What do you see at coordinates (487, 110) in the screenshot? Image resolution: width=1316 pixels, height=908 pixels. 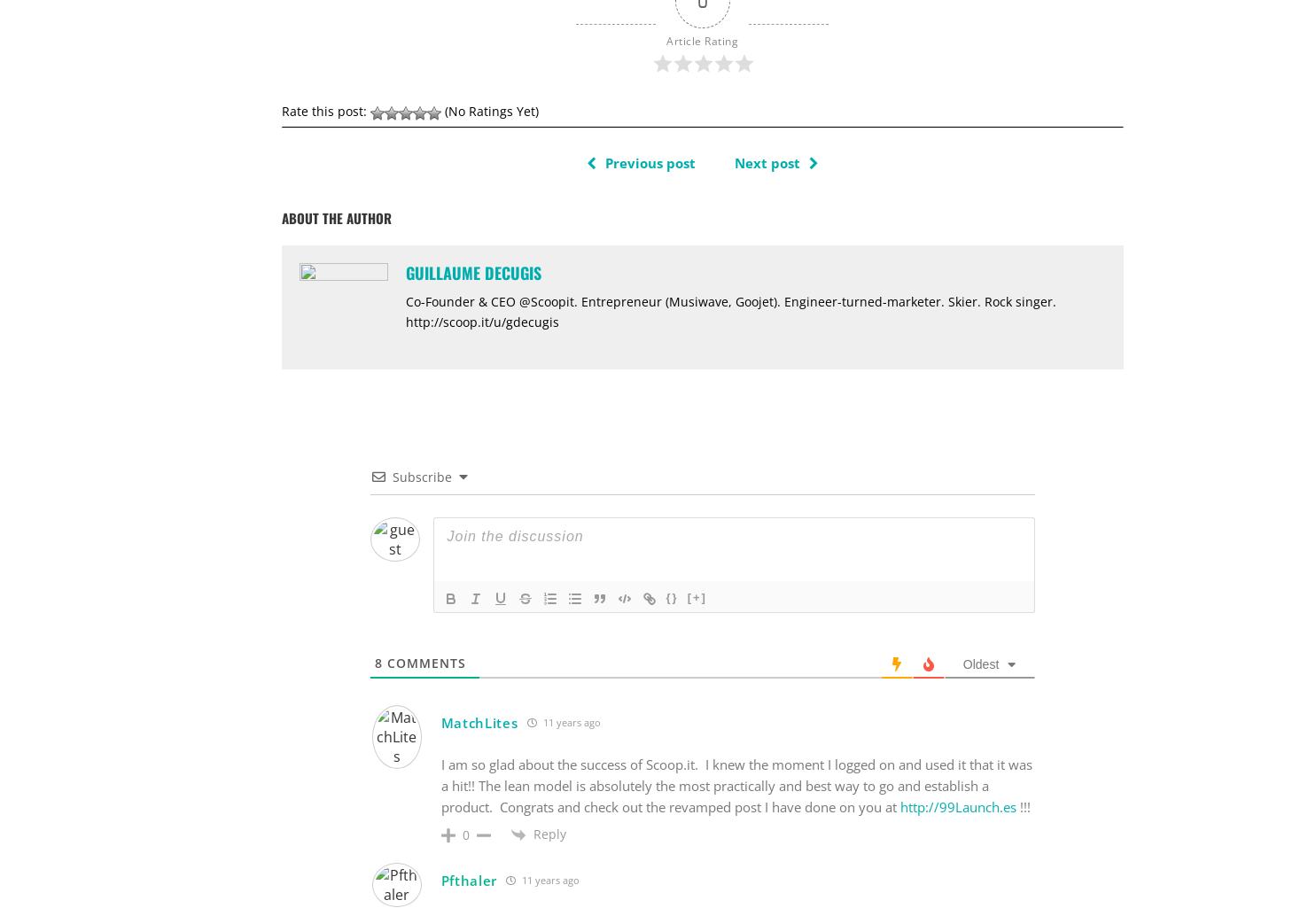 I see `'(No Ratings Yet)'` at bounding box center [487, 110].